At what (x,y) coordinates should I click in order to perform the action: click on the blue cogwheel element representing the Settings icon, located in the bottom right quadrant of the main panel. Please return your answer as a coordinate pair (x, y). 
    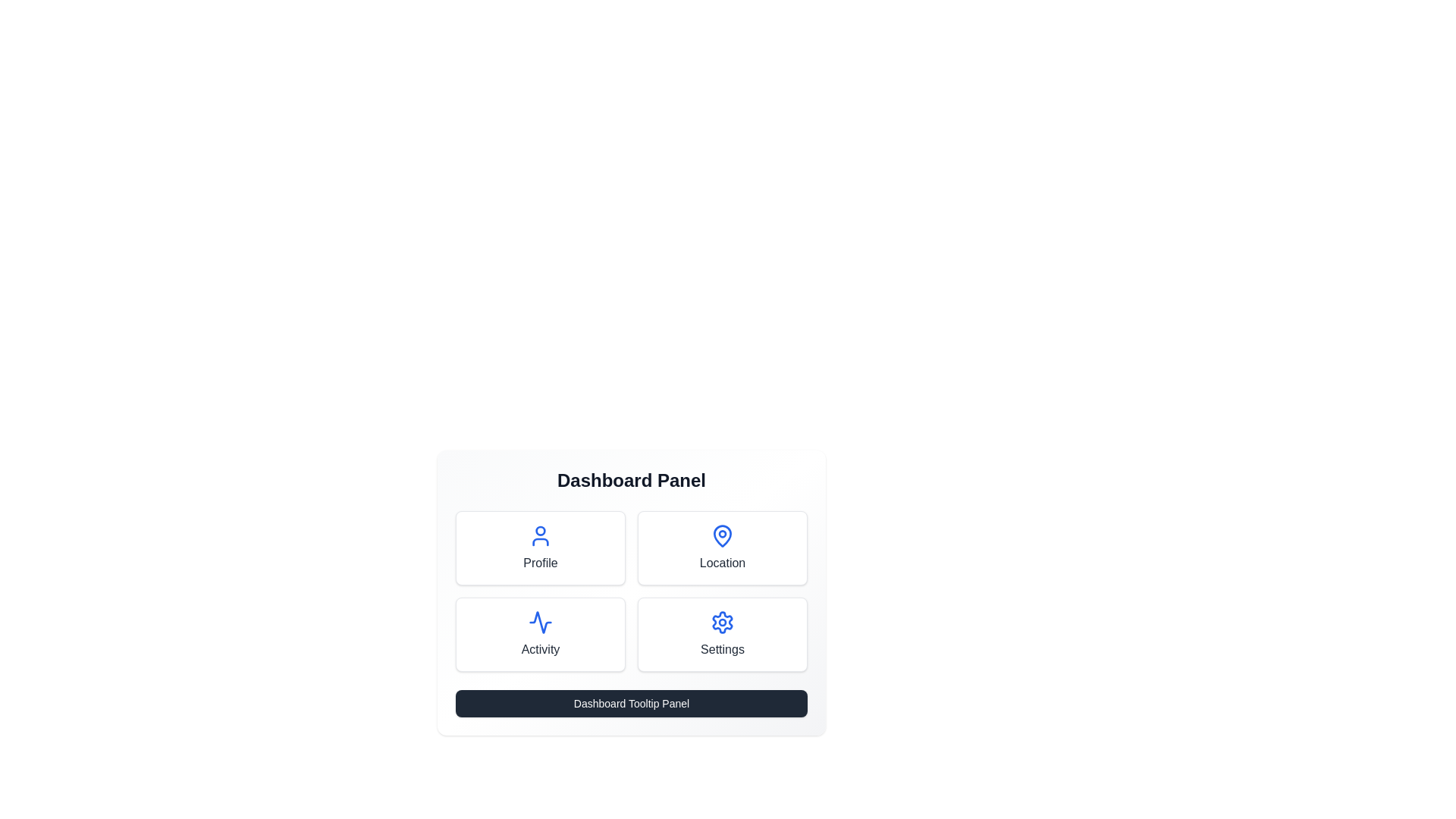
    Looking at the image, I should click on (722, 623).